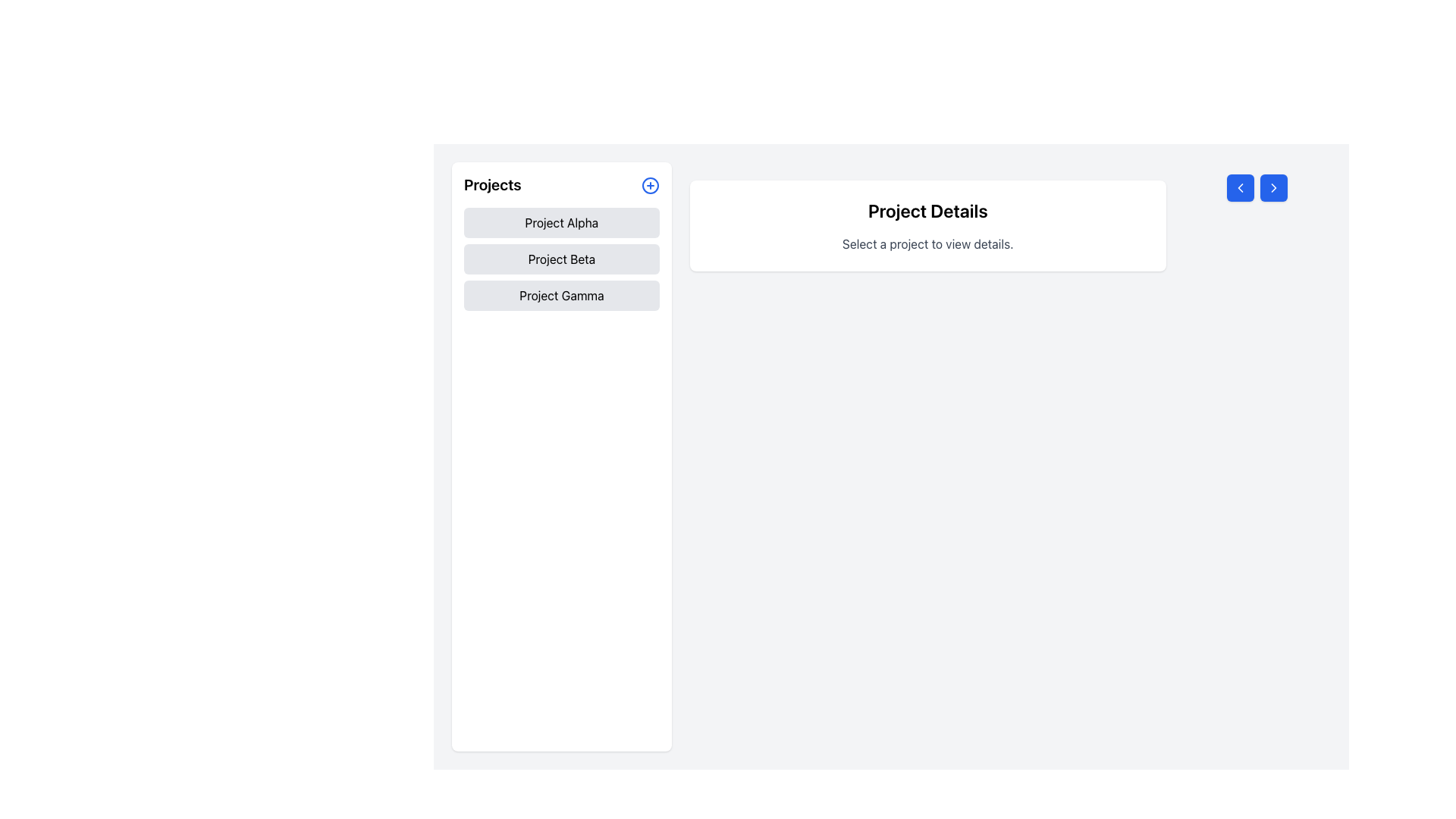  What do you see at coordinates (1274, 187) in the screenshot?
I see `the triangular-shaped right arrow SVG navigational icon located in the top-right corner of the interface` at bounding box center [1274, 187].